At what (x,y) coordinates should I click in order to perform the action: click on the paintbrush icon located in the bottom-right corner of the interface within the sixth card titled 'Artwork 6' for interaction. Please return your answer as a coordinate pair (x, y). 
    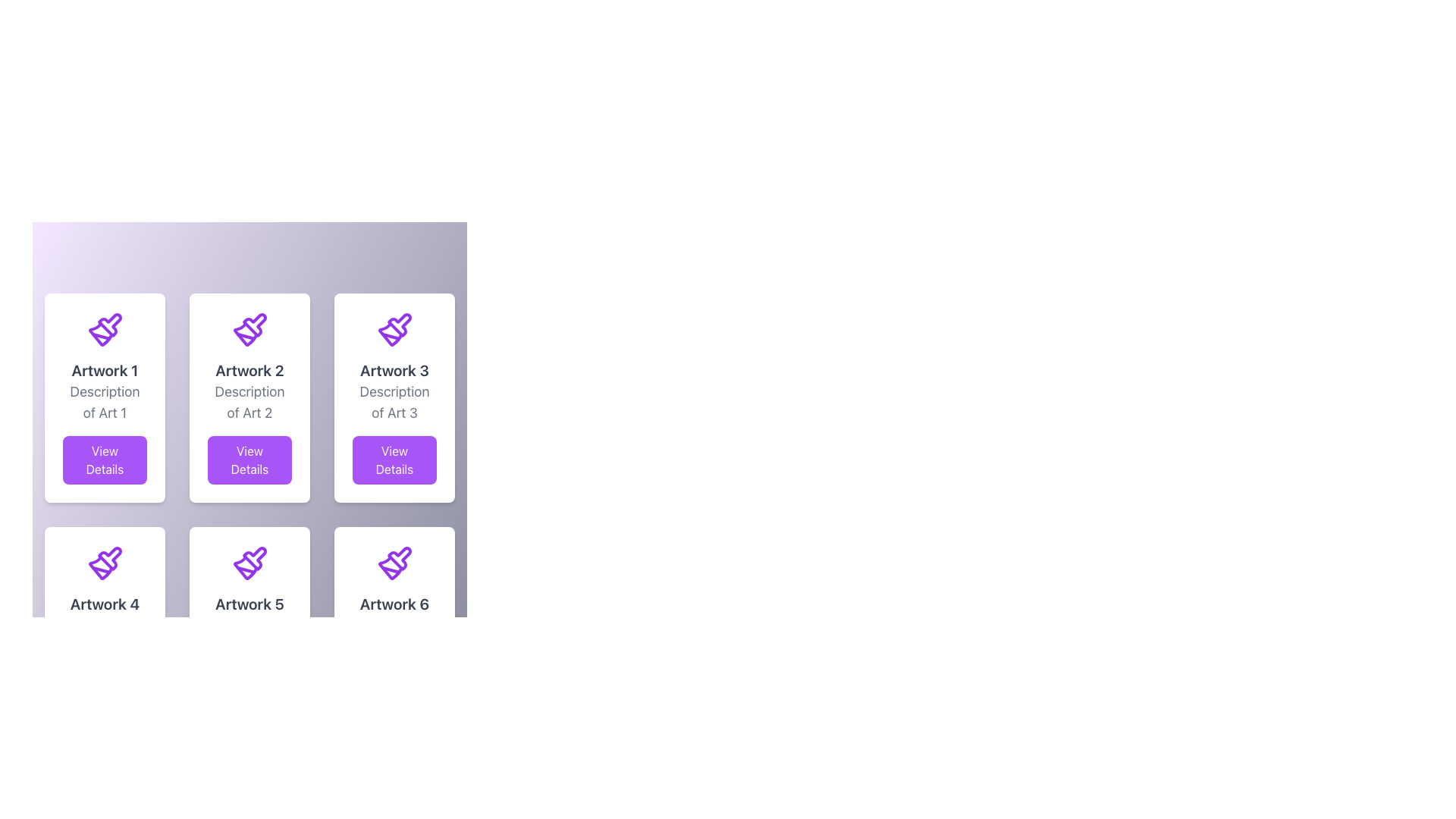
    Looking at the image, I should click on (389, 567).